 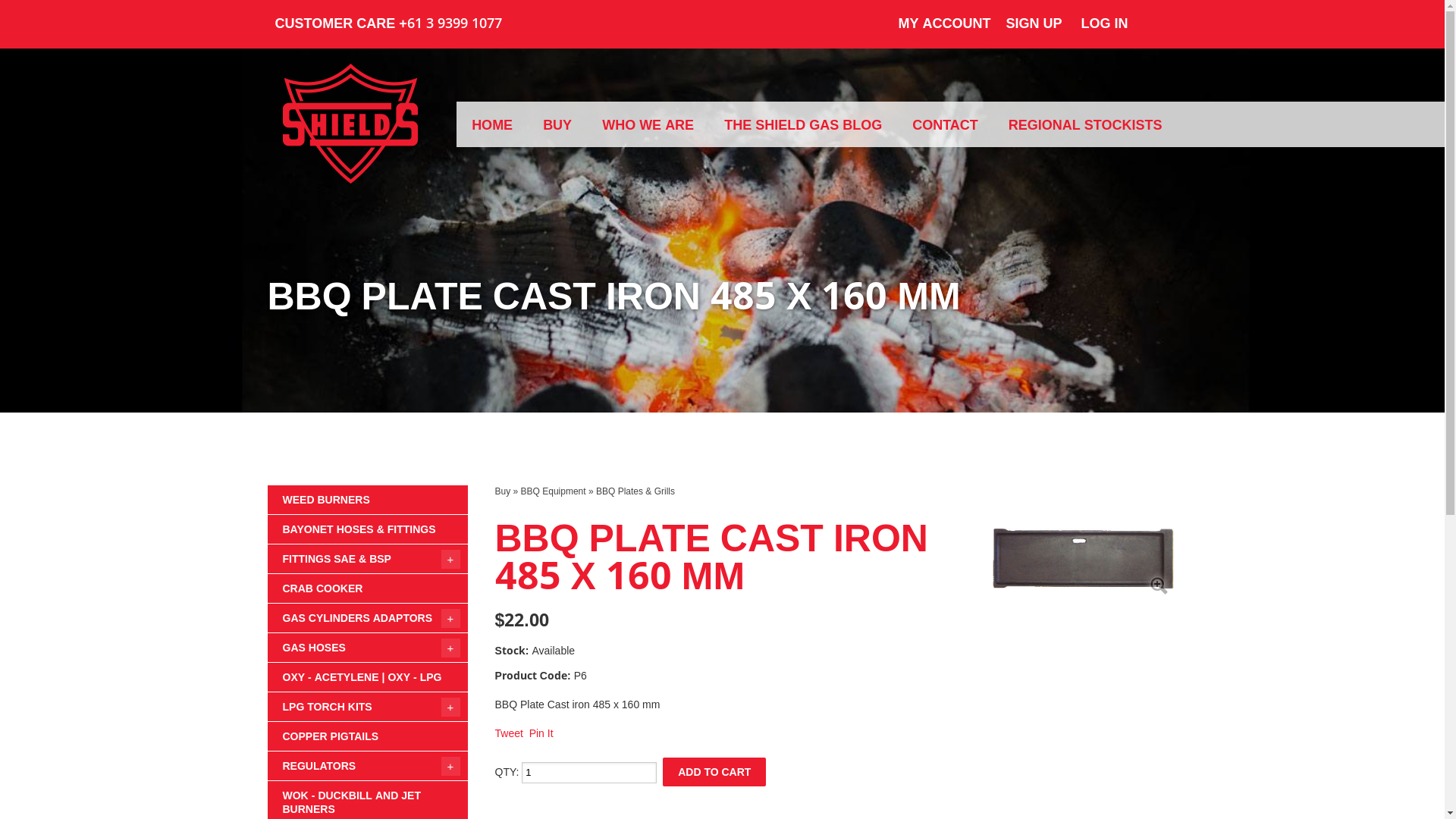 I want to click on 'OXY - ACETYLENE | OXY - LPG', so click(x=367, y=676).